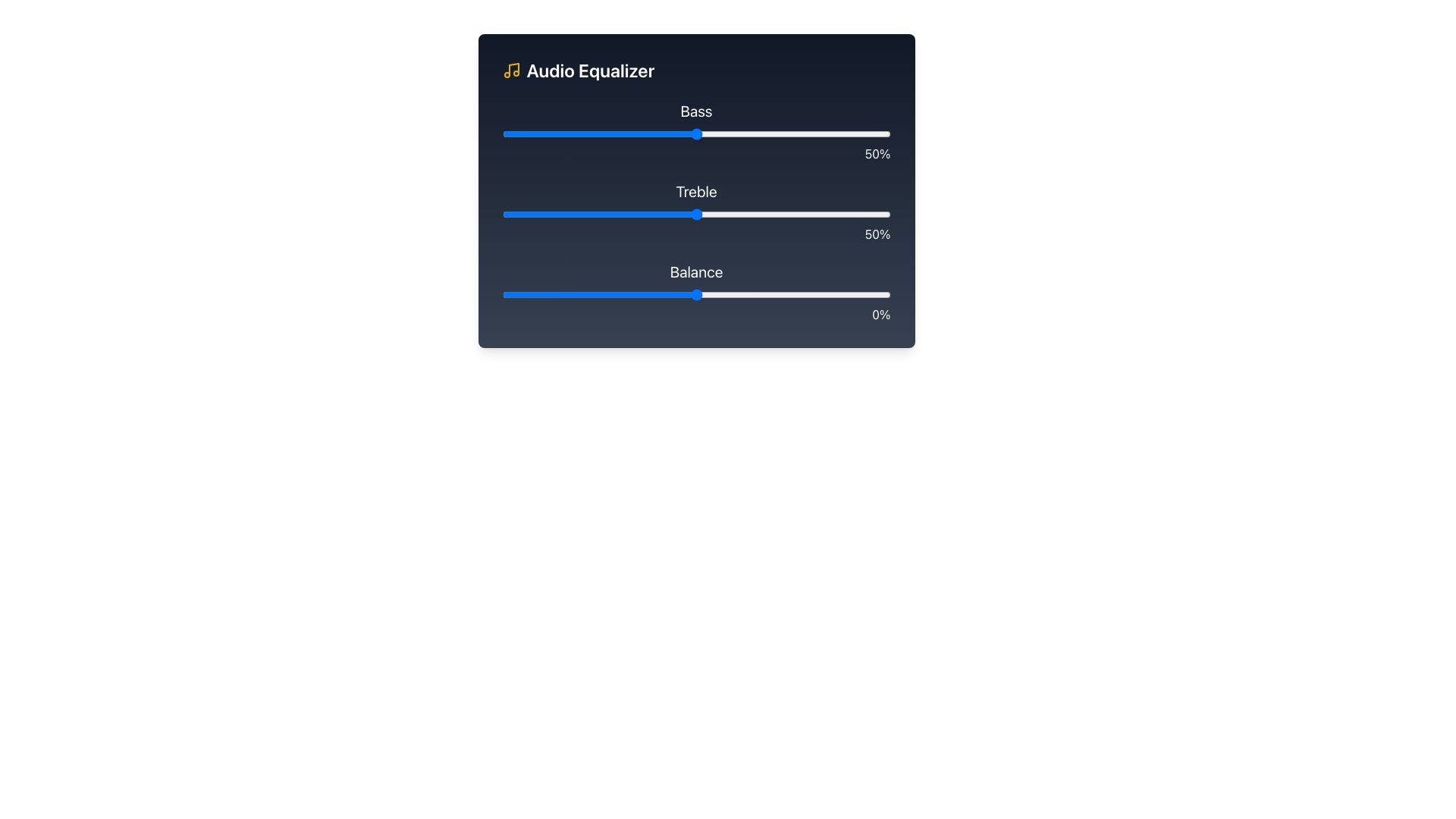  I want to click on balance, so click(541, 295).